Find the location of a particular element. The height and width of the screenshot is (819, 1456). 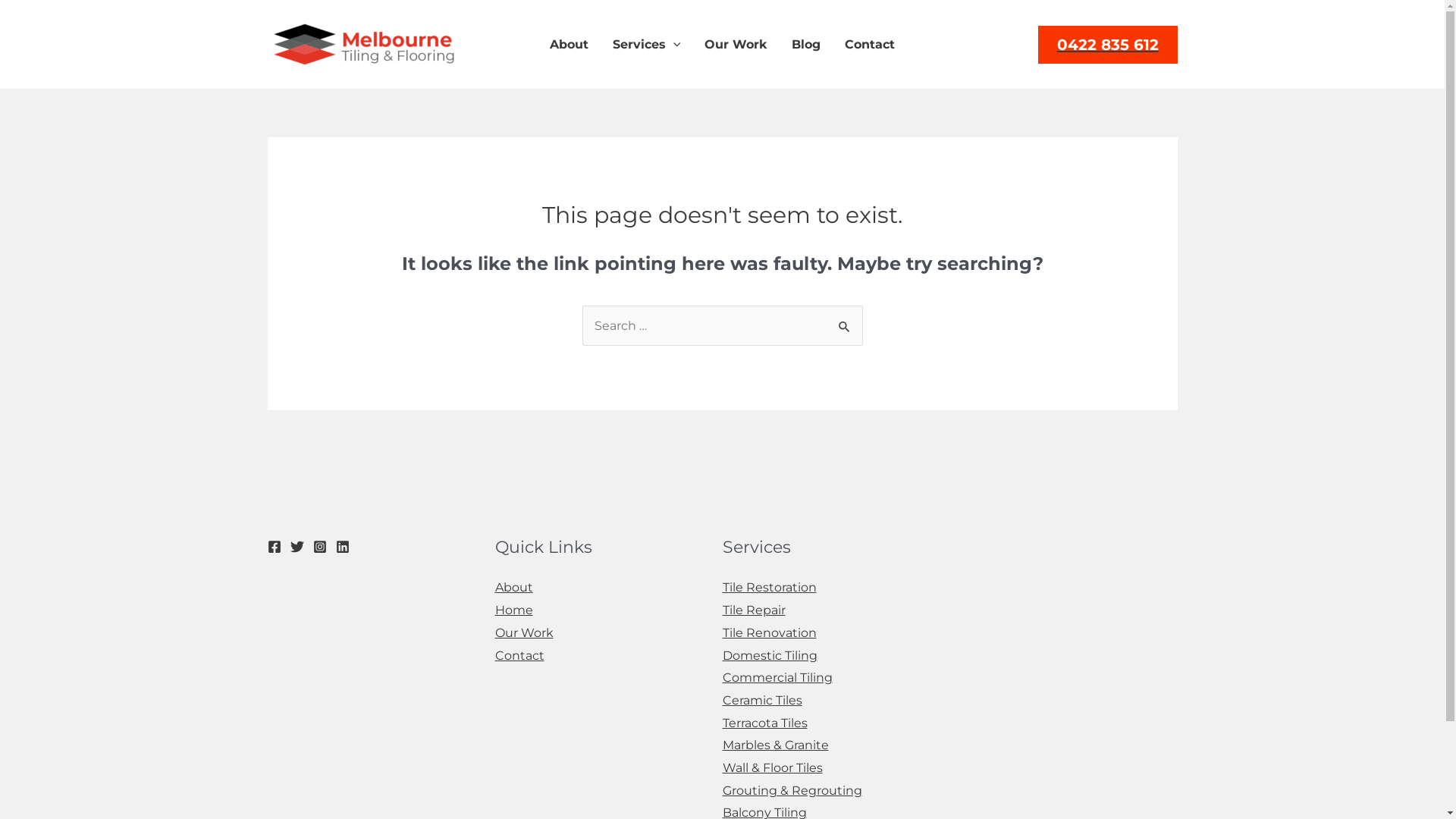

'Contact' is located at coordinates (519, 654).